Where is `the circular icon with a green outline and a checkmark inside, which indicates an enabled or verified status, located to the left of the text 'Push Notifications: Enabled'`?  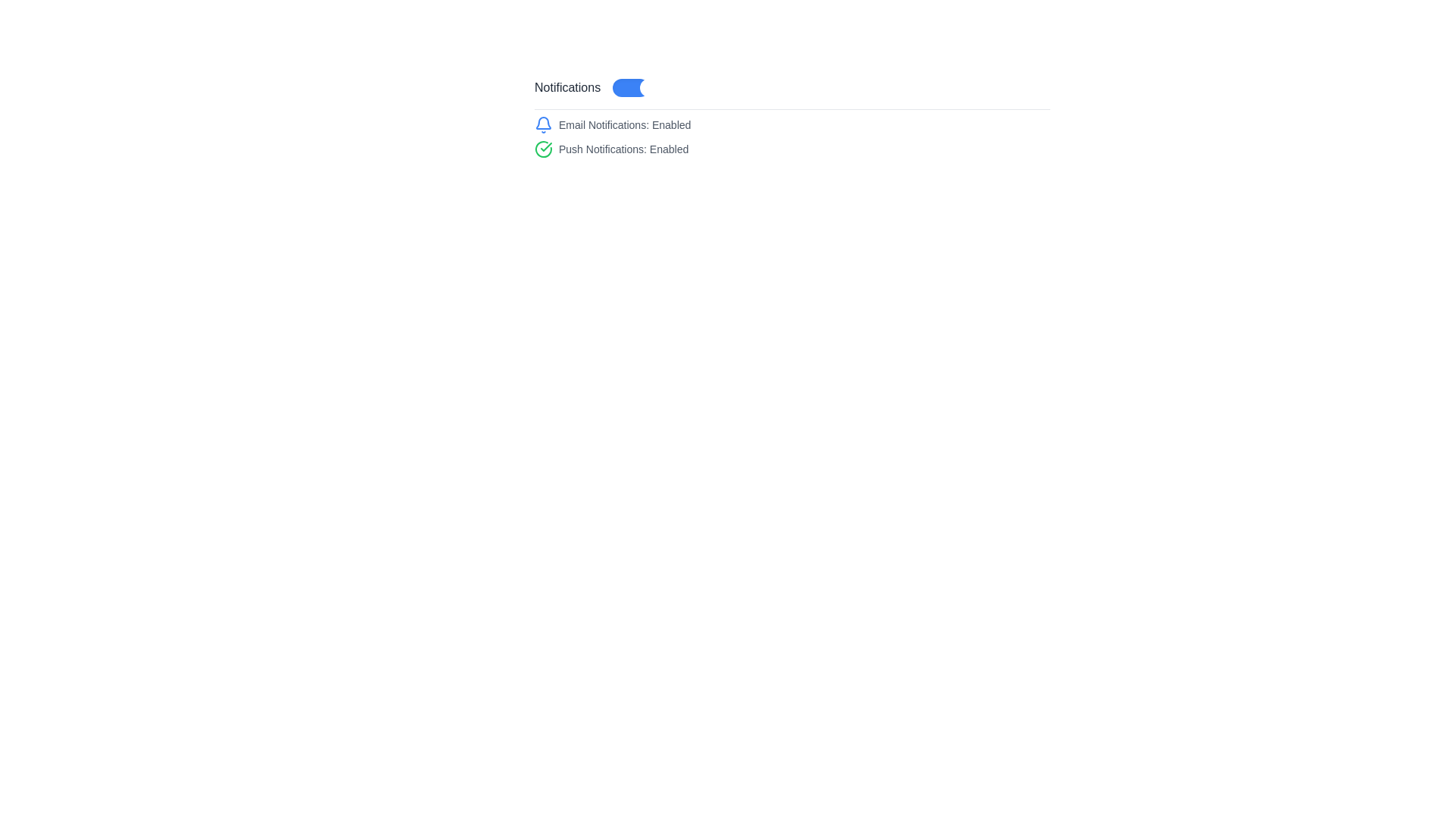
the circular icon with a green outline and a checkmark inside, which indicates an enabled or verified status, located to the left of the text 'Push Notifications: Enabled' is located at coordinates (543, 149).